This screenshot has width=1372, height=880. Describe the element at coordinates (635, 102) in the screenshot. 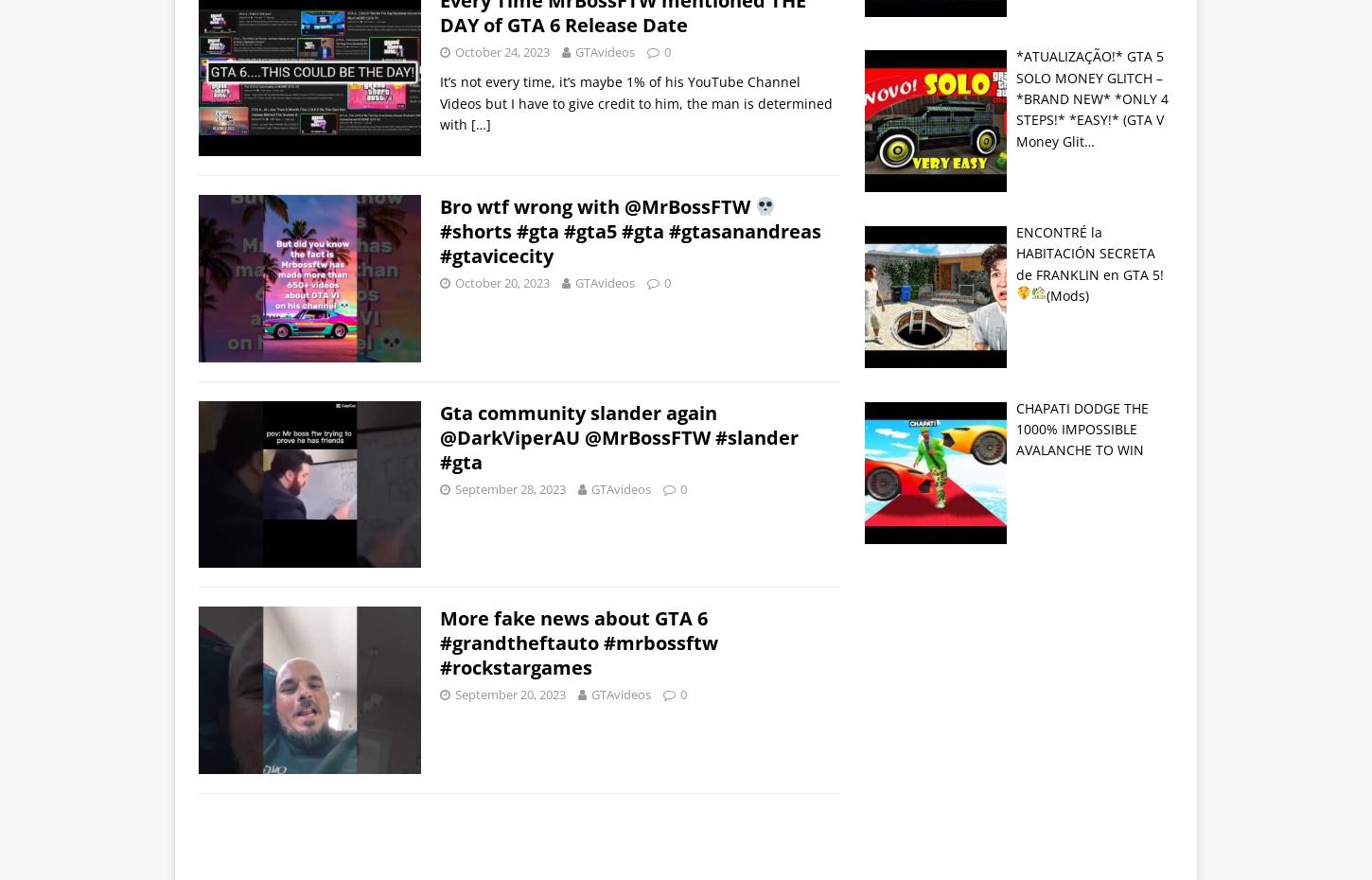

I see `'It’s not every time, it’s maybe 1% of his YouTube Channel Videos but I have to give credit to him, the man is determined with'` at that location.